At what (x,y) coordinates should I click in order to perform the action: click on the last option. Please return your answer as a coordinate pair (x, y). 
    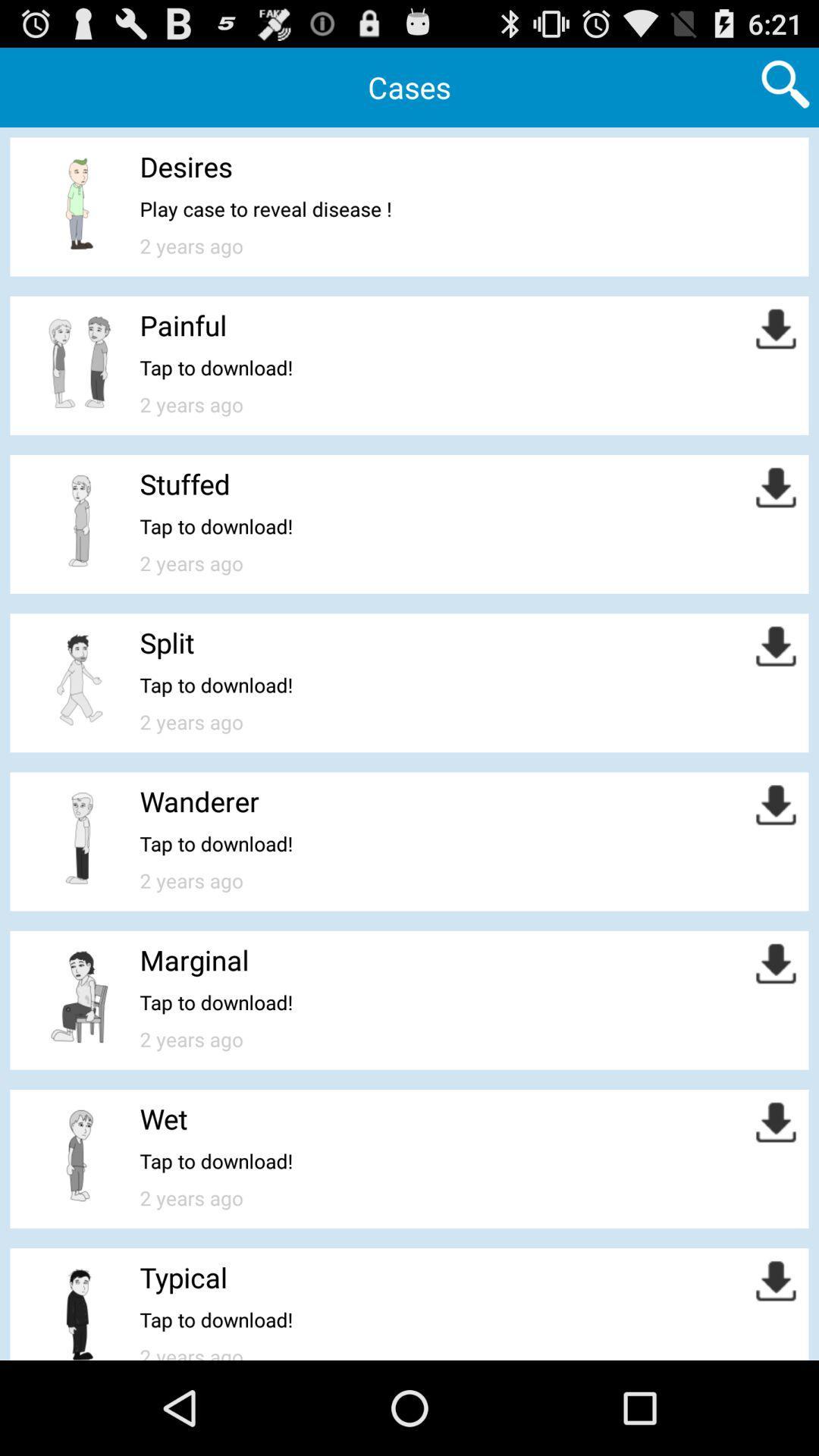
    Looking at the image, I should click on (80, 1307).